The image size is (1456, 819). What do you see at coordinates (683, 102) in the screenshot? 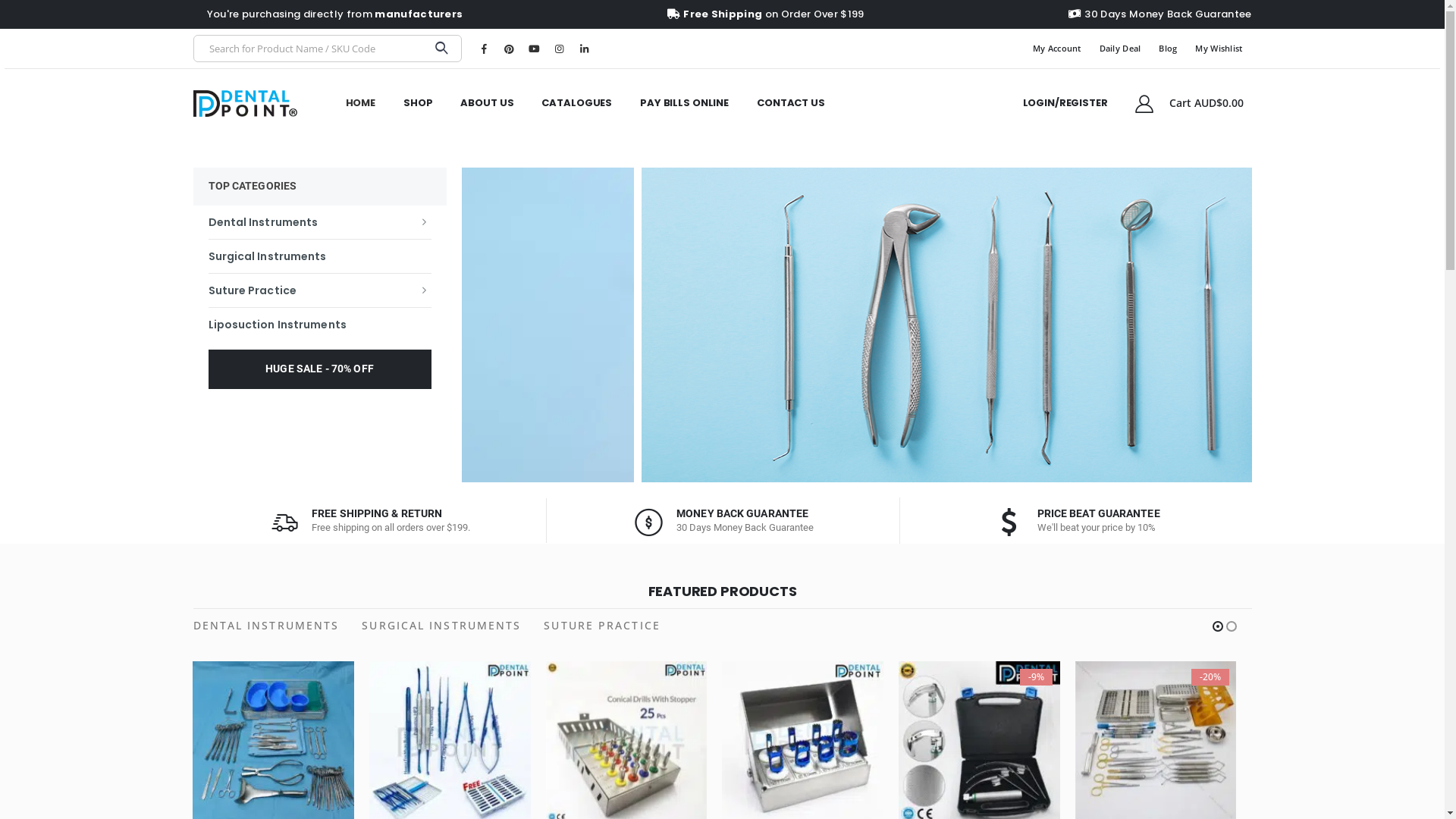
I see `'PAY BILLS ONLINE'` at bounding box center [683, 102].